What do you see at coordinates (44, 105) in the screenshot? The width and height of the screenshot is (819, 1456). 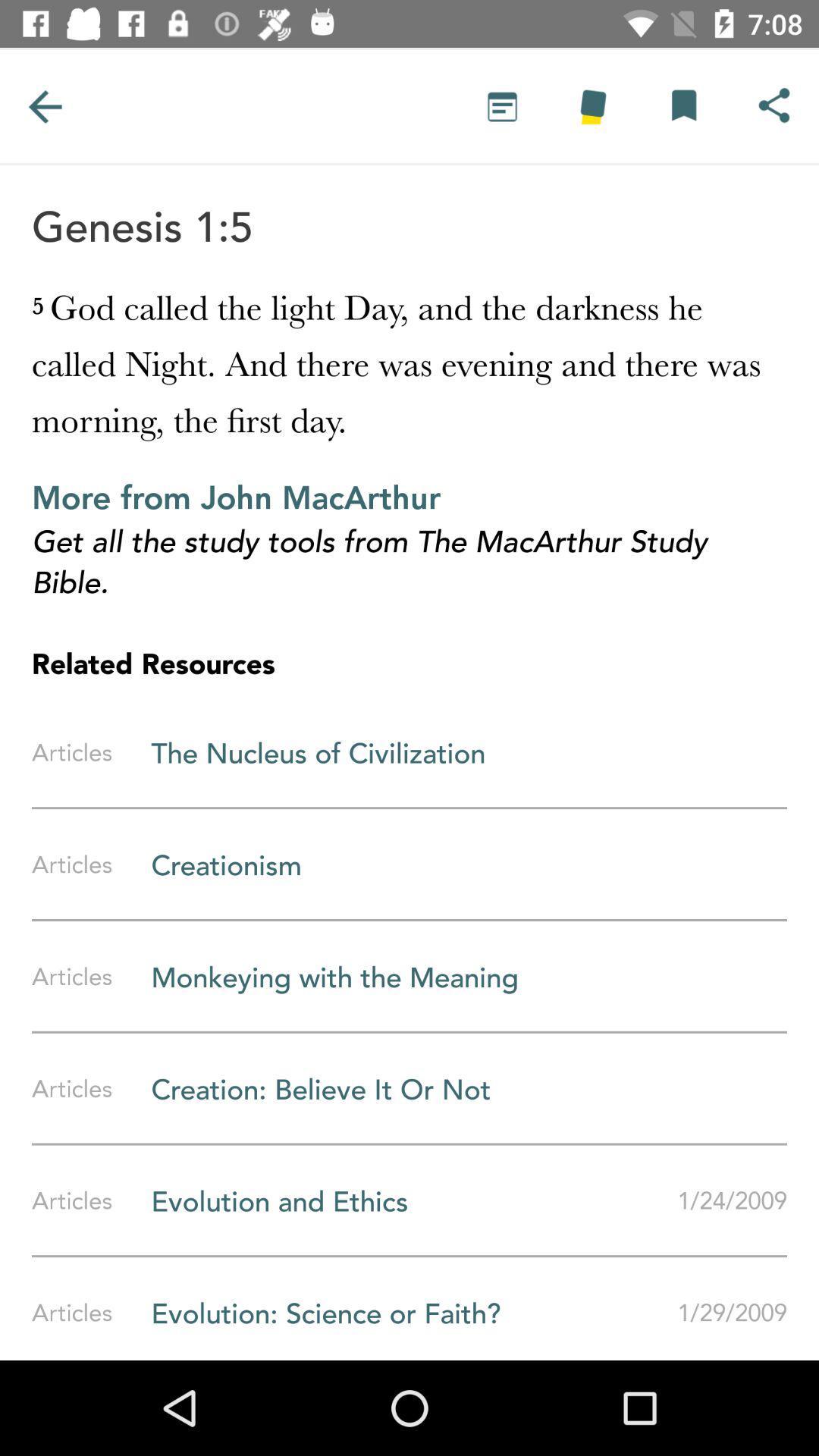 I see `go back` at bounding box center [44, 105].